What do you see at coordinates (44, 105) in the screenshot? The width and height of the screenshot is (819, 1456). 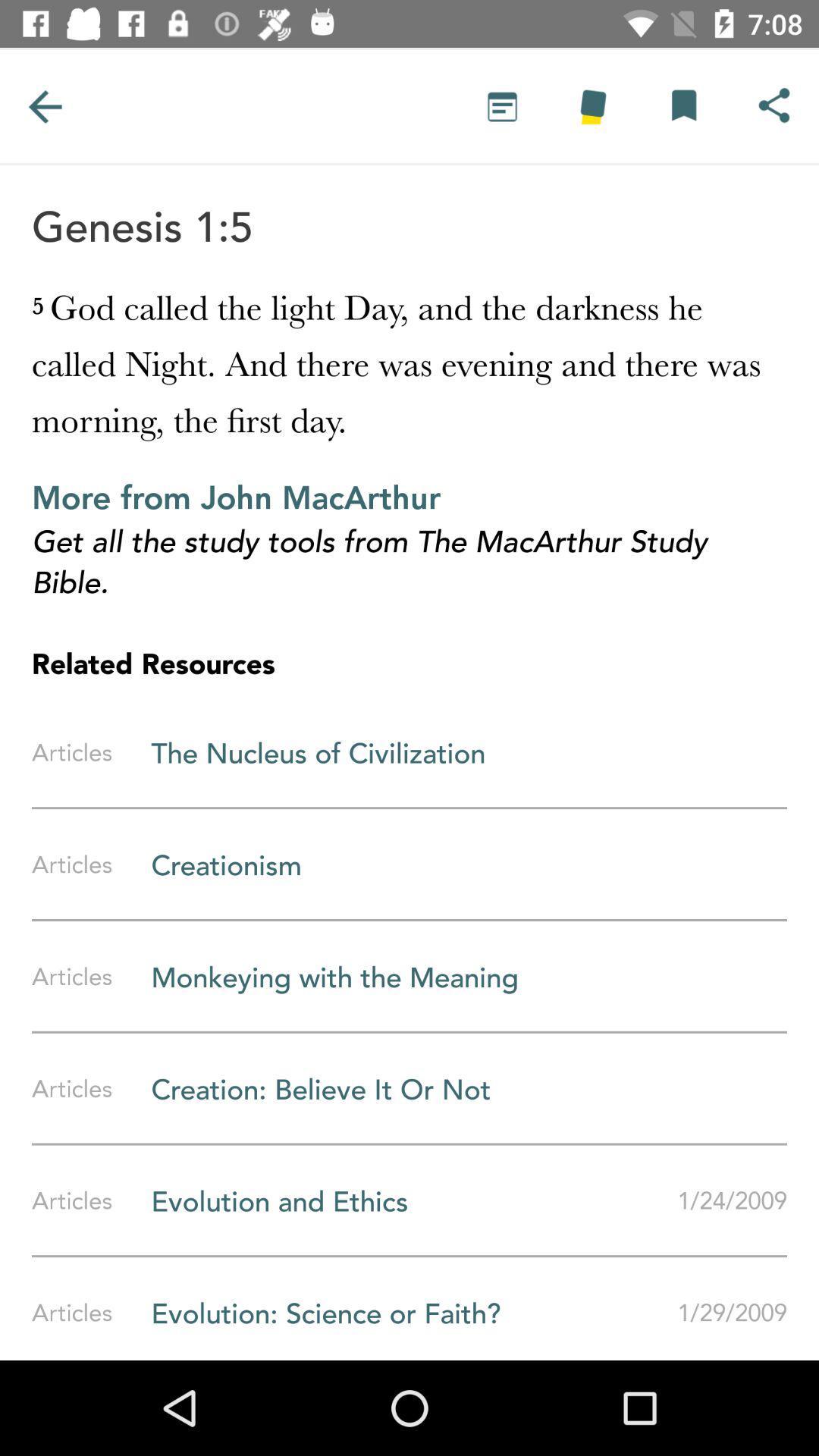 I see `go back` at bounding box center [44, 105].